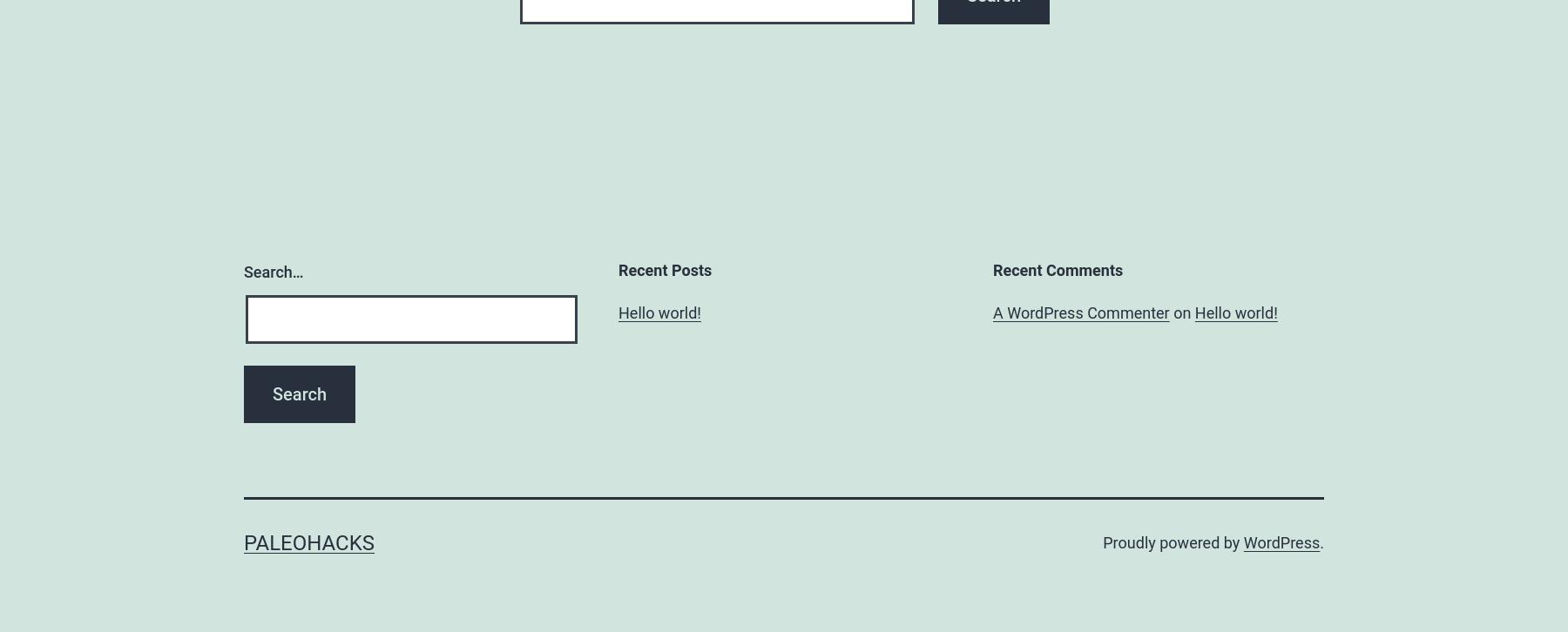 The width and height of the screenshot is (1568, 632). I want to click on 'WordPress', so click(1242, 541).